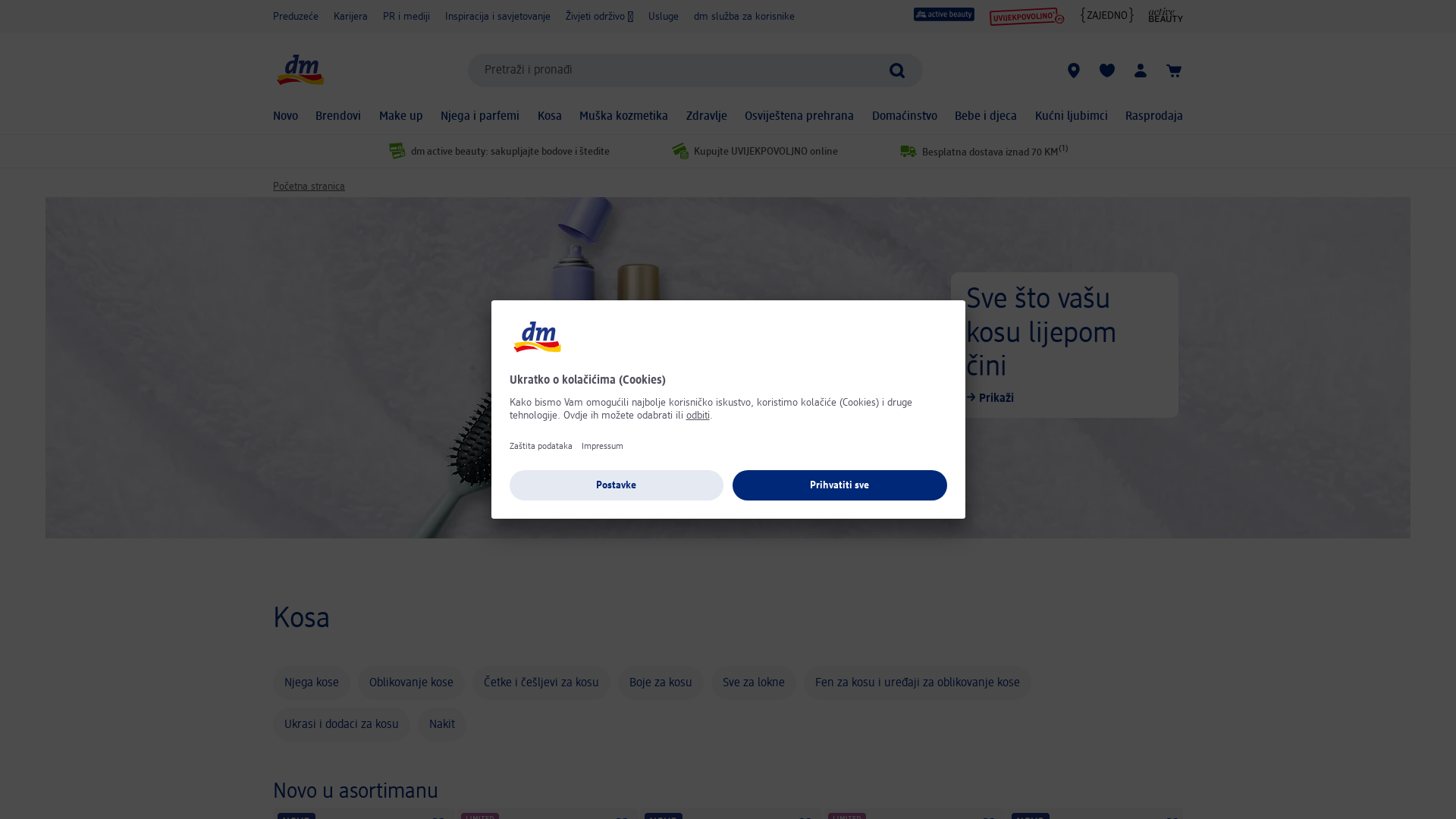 Image resolution: width=1456 pixels, height=819 pixels. Describe the element at coordinates (331, 116) in the screenshot. I see `'Brendovi'` at that location.